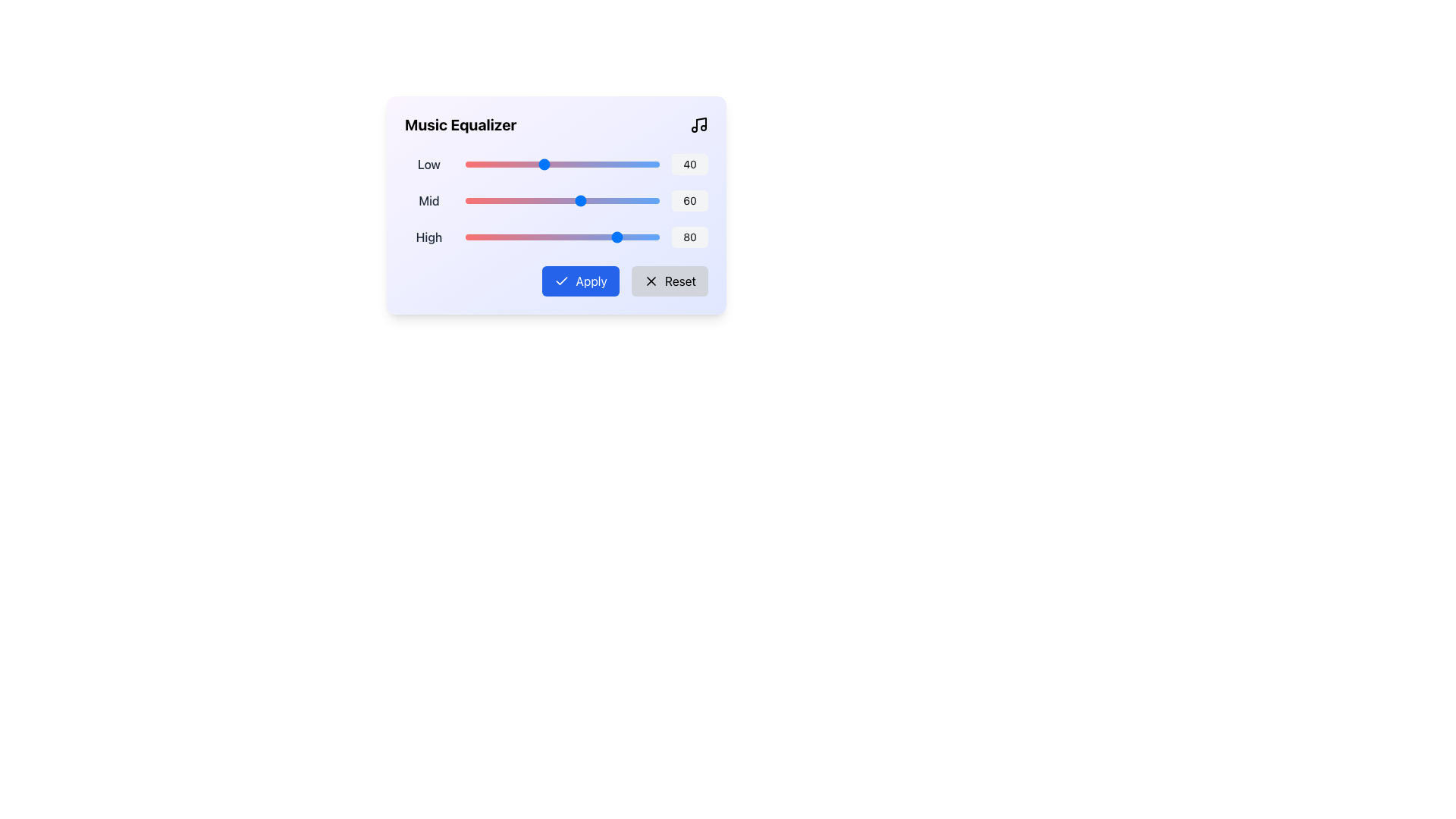  I want to click on the 'High' audio frequency, so click(560, 237).